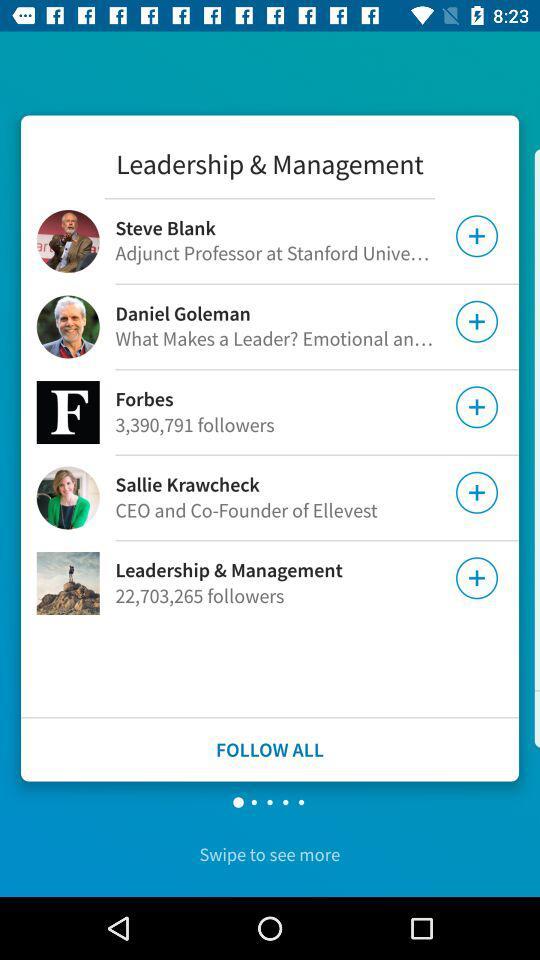 The width and height of the screenshot is (540, 960). I want to click on the follow all item, so click(270, 748).